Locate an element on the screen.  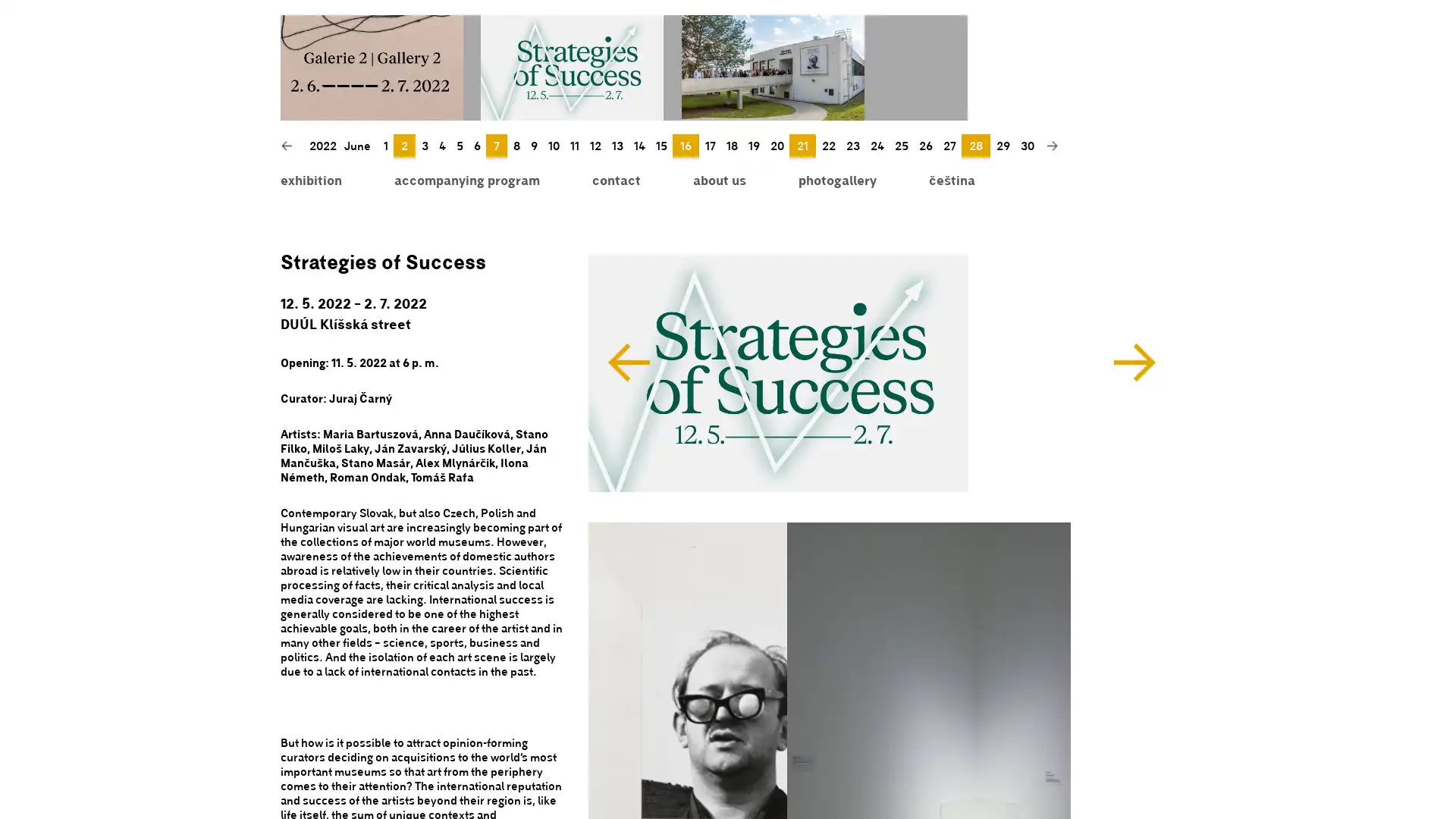
Previous is located at coordinates (628, 486).